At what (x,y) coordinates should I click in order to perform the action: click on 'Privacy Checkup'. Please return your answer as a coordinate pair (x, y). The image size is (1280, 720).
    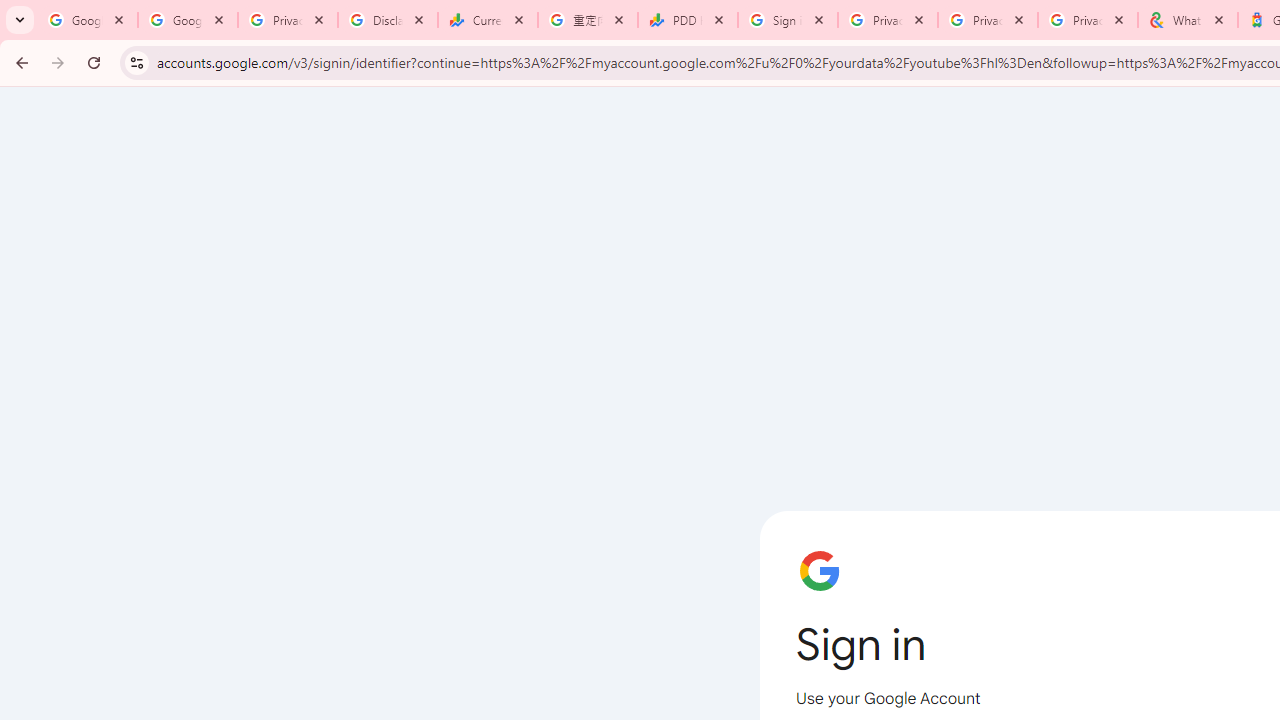
    Looking at the image, I should click on (1087, 20).